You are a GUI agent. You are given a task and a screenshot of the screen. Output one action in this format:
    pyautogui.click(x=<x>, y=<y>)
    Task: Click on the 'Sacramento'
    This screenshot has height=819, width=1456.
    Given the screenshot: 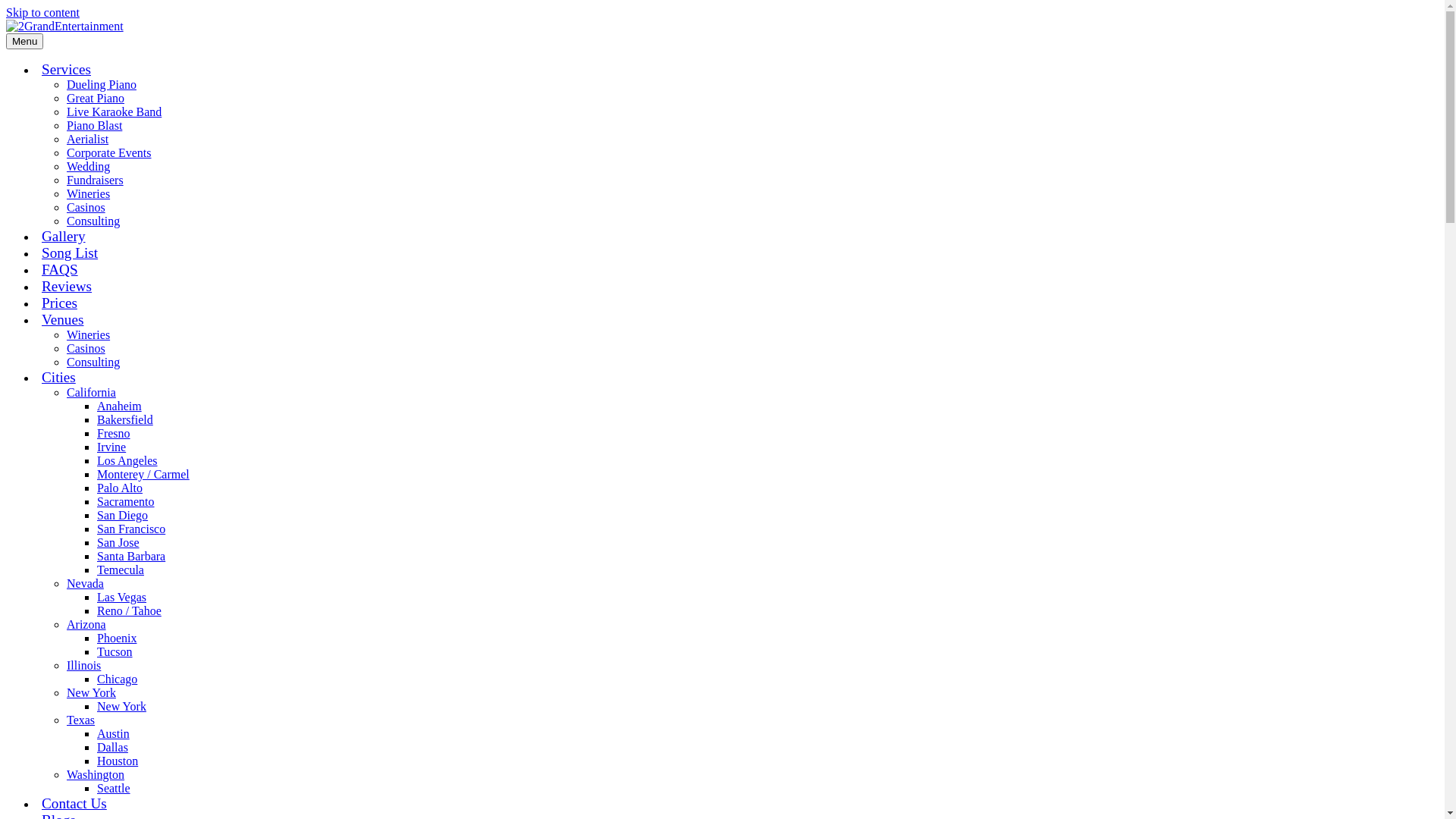 What is the action you would take?
    pyautogui.click(x=126, y=501)
    